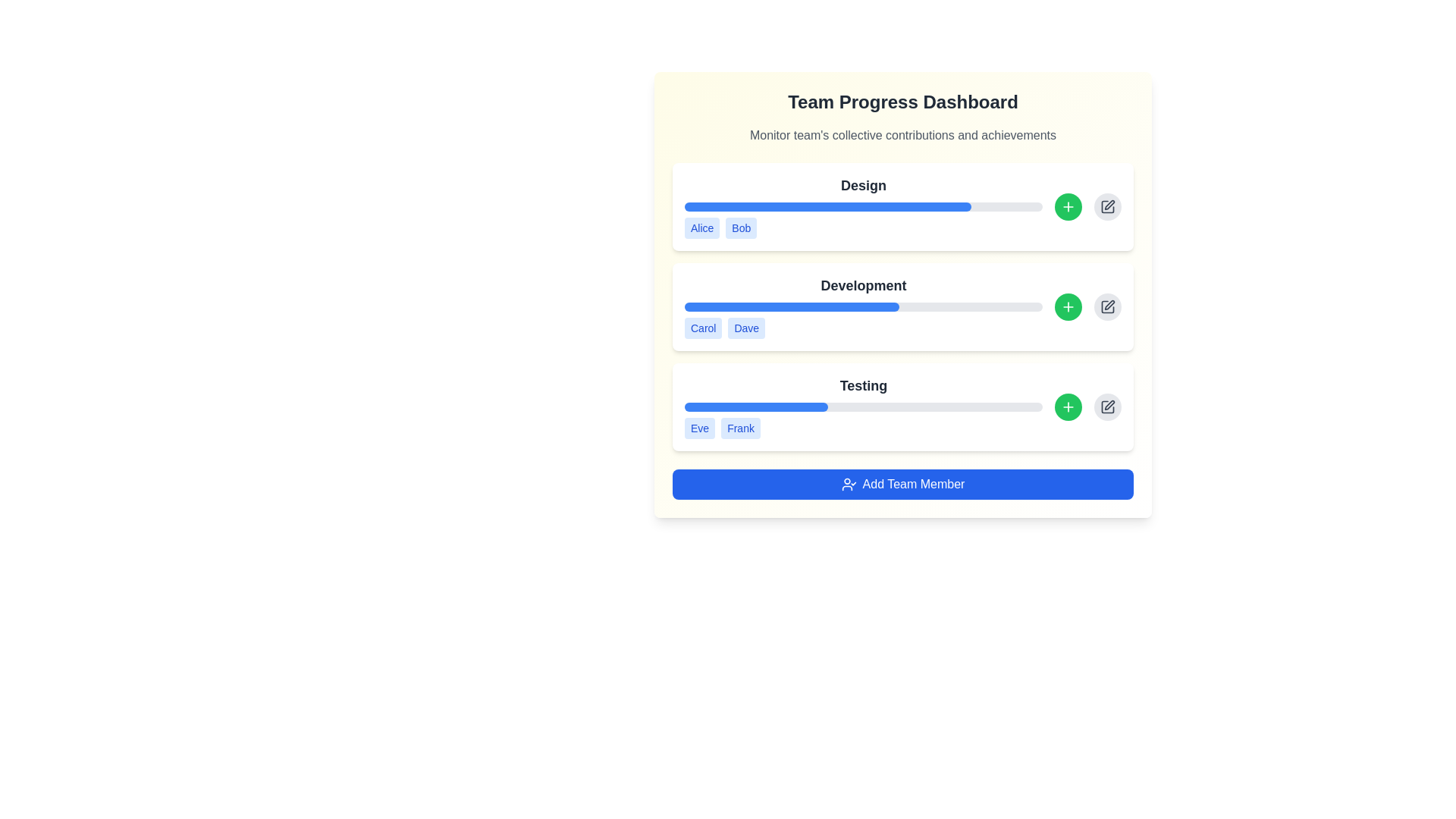 The width and height of the screenshot is (1456, 819). What do you see at coordinates (1068, 307) in the screenshot?
I see `the button used to add a new element in the 'Development' section, located to the right of the 'Development' progress bar and adjacent to the 'Edit' button` at bounding box center [1068, 307].